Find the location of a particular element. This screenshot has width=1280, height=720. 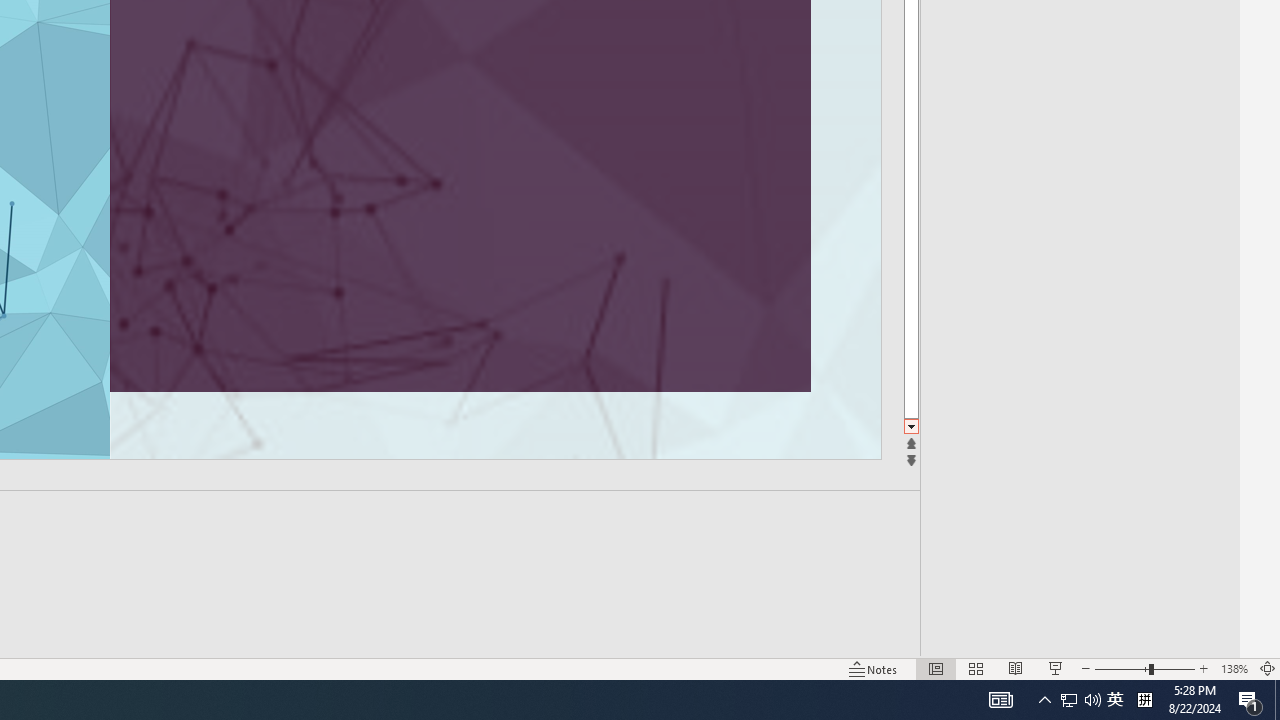

'Zoom 138%' is located at coordinates (1233, 669).